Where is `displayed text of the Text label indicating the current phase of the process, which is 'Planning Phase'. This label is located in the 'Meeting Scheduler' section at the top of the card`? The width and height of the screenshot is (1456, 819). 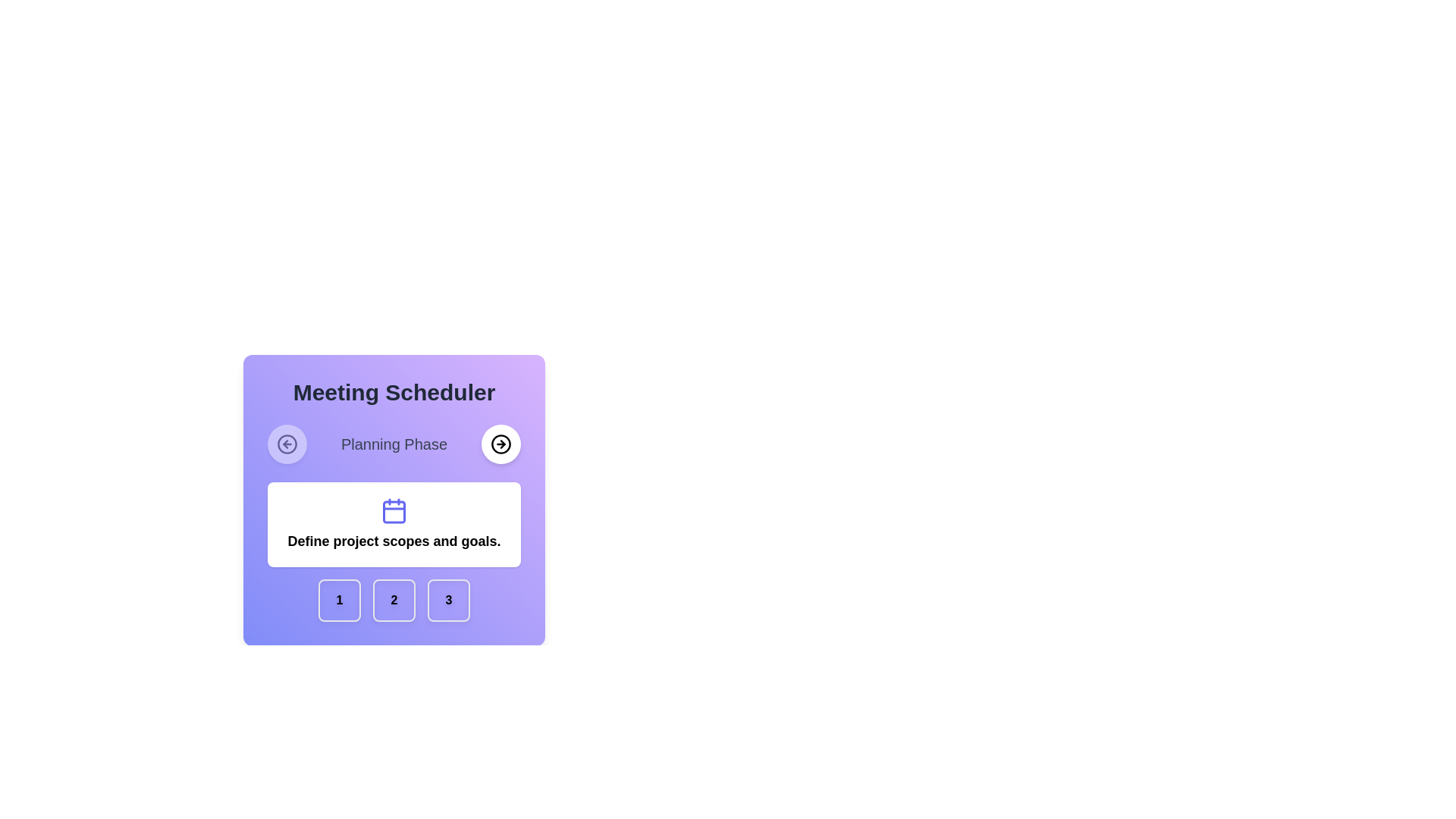
displayed text of the Text label indicating the current phase of the process, which is 'Planning Phase'. This label is located in the 'Meeting Scheduler' section at the top of the card is located at coordinates (394, 444).